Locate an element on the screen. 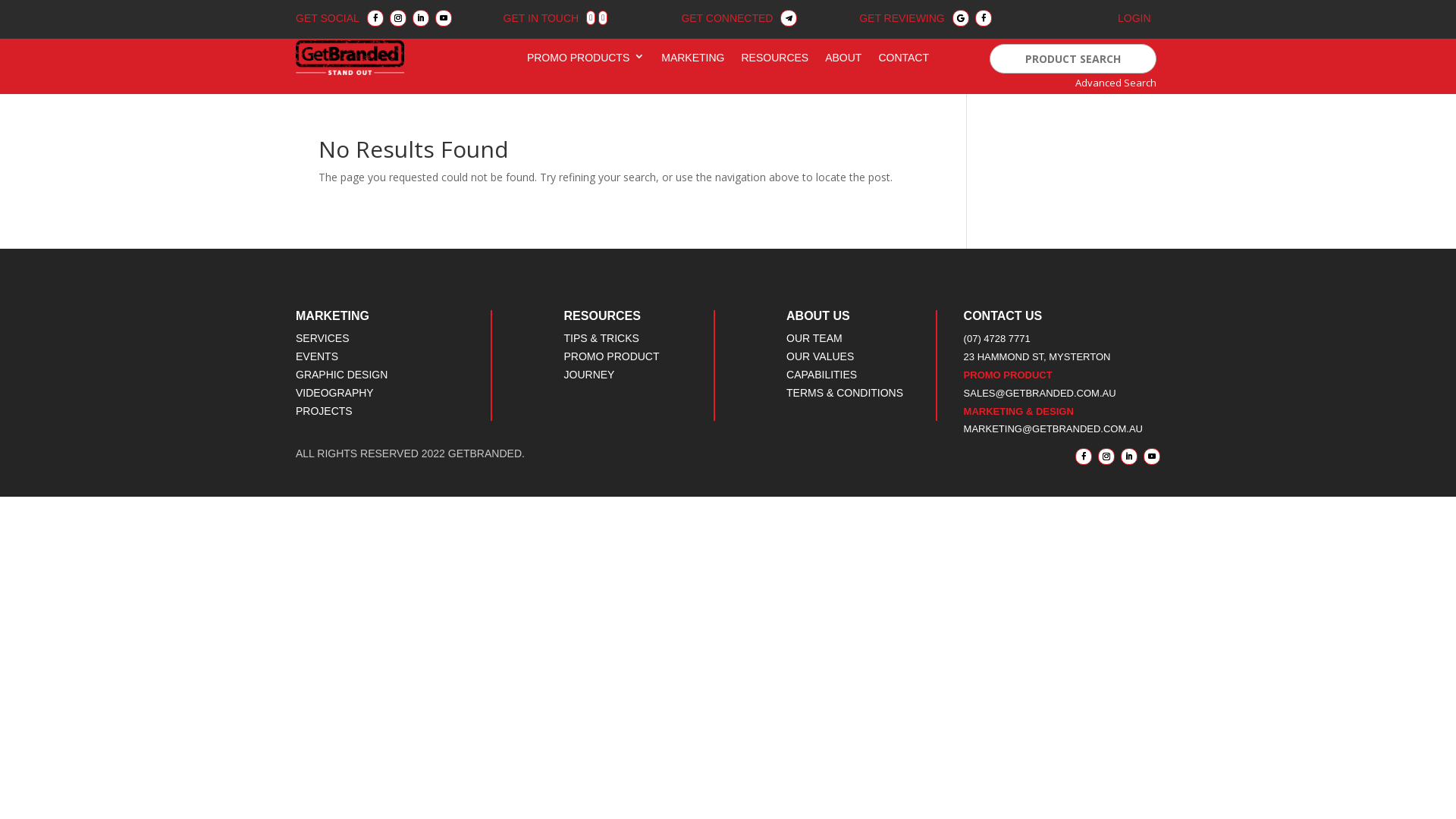 This screenshot has width=1456, height=819. 'TIPS & TRICKS' is located at coordinates (601, 337).